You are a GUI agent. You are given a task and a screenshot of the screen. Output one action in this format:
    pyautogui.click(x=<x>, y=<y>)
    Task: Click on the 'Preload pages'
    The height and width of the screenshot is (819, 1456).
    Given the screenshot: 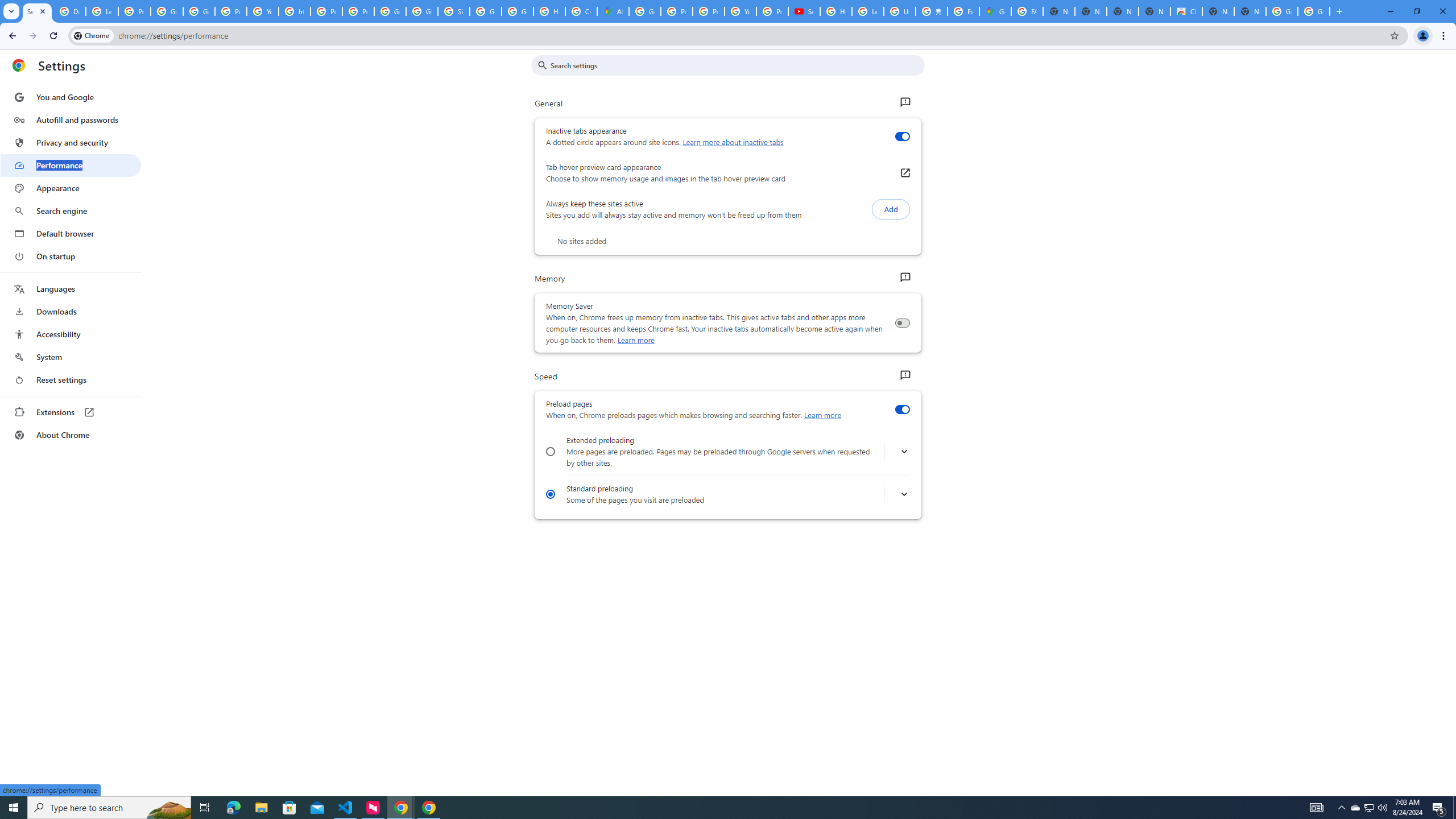 What is the action you would take?
    pyautogui.click(x=901, y=409)
    